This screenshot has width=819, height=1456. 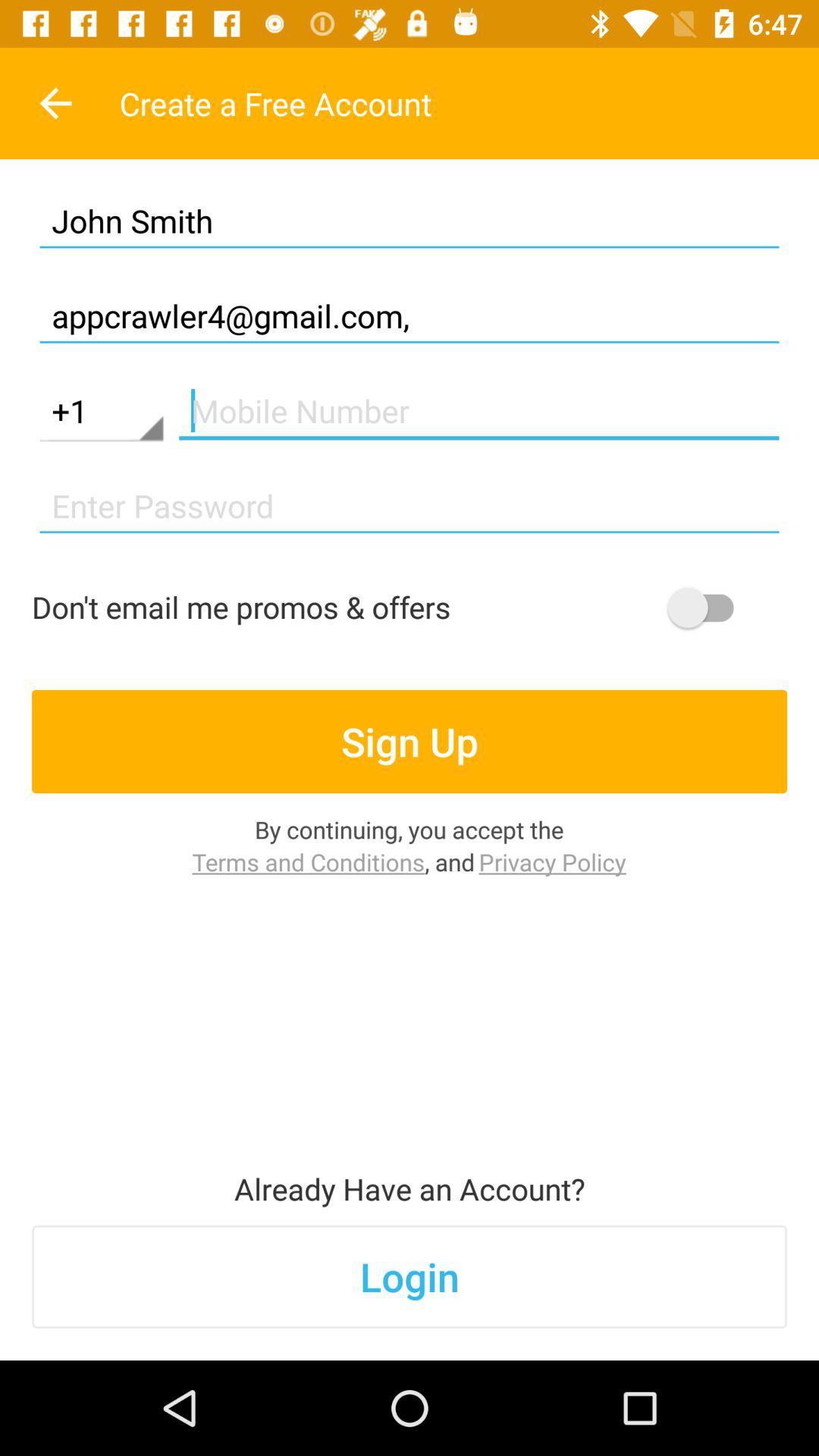 What do you see at coordinates (479, 411) in the screenshot?
I see `text` at bounding box center [479, 411].